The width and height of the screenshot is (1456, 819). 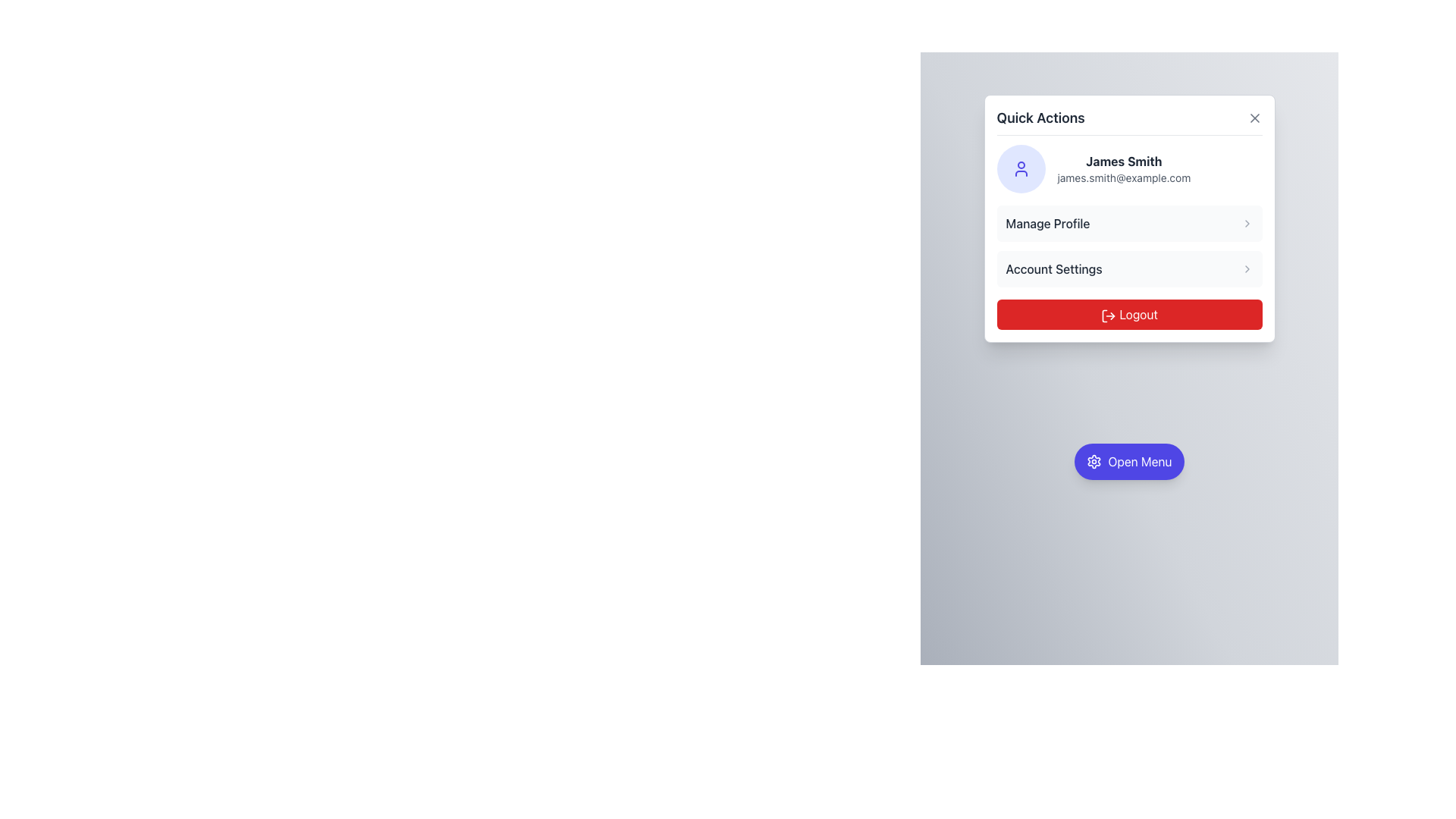 What do you see at coordinates (1129, 223) in the screenshot?
I see `the 'Manage Profile' list item element, which is the first item in a dropdown-style popup with a light gray background and rounded corners` at bounding box center [1129, 223].